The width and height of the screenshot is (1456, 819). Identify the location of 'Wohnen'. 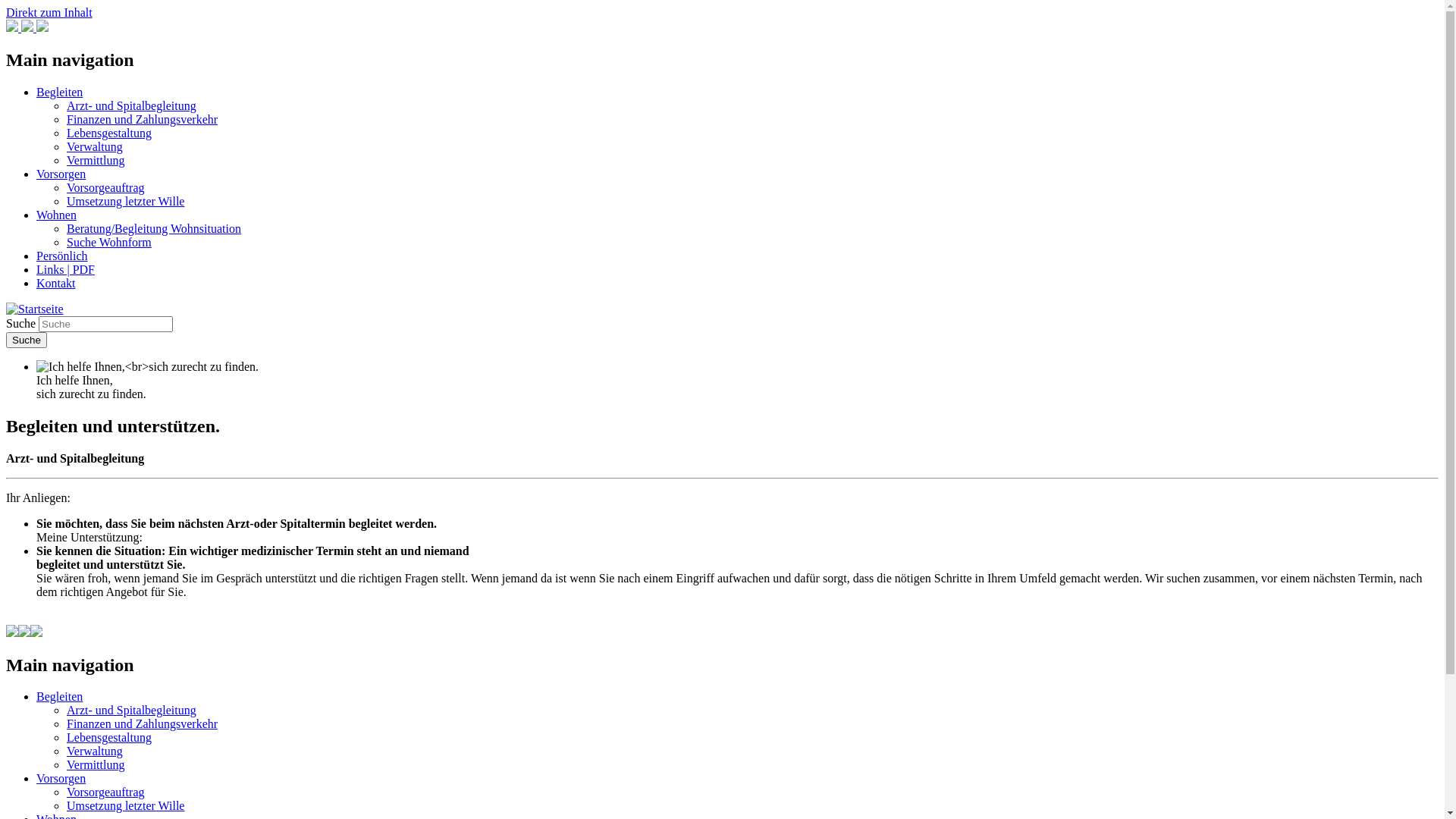
(36, 215).